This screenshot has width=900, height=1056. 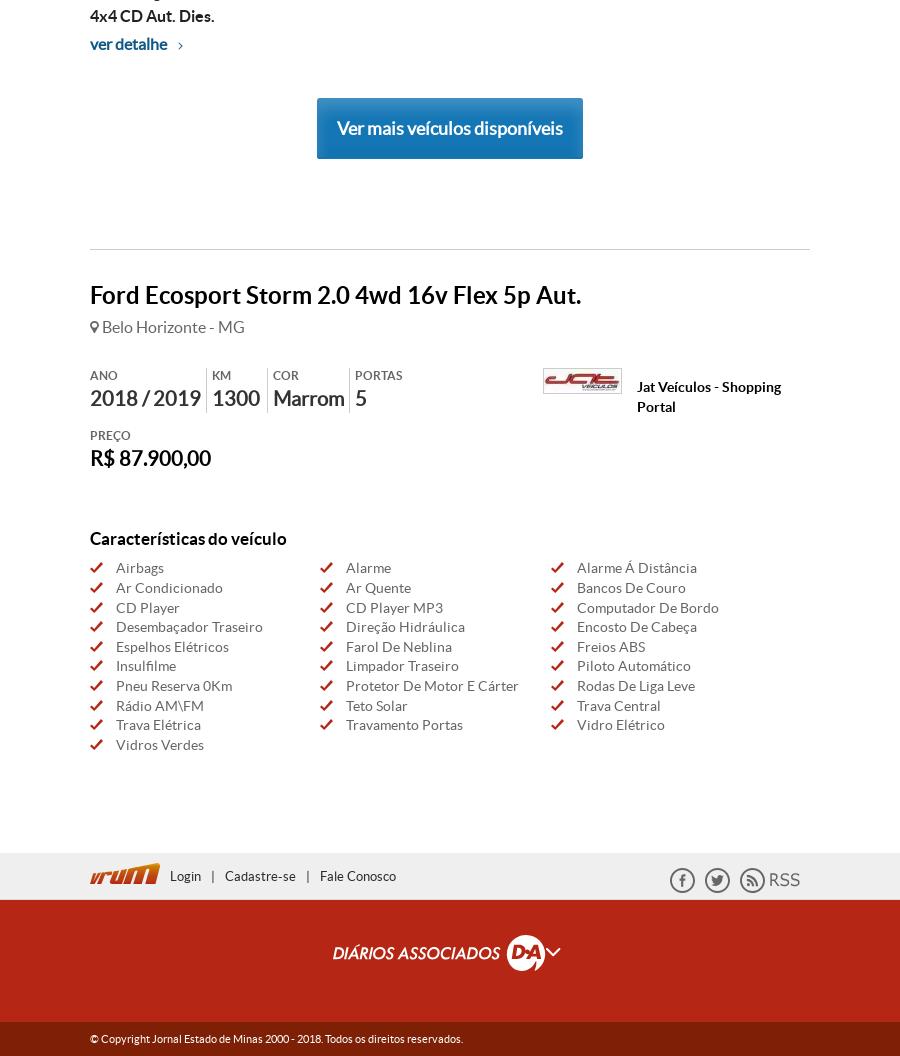 I want to click on 'Preço', so click(x=109, y=434).